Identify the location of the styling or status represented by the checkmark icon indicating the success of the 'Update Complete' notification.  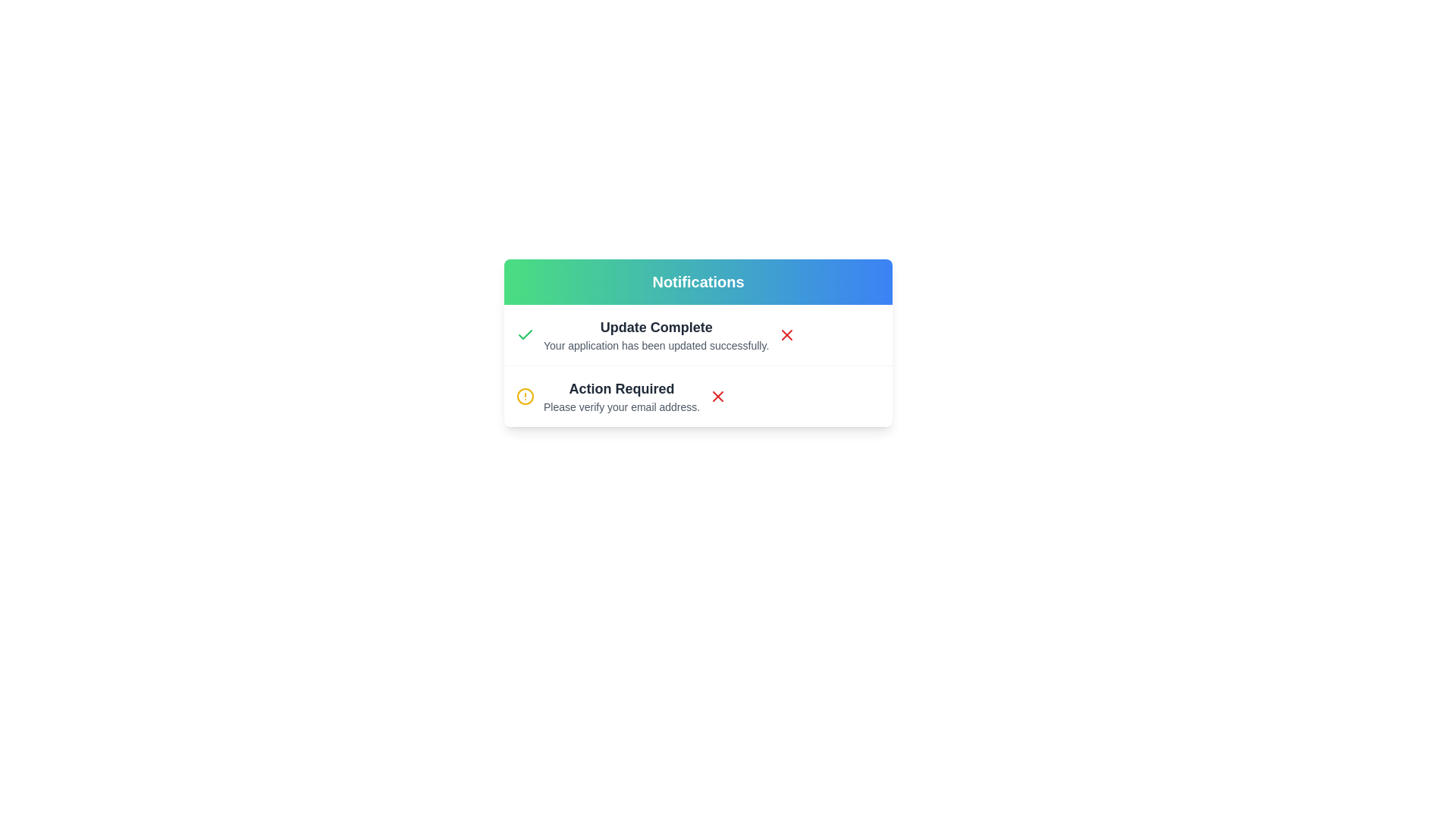
(525, 334).